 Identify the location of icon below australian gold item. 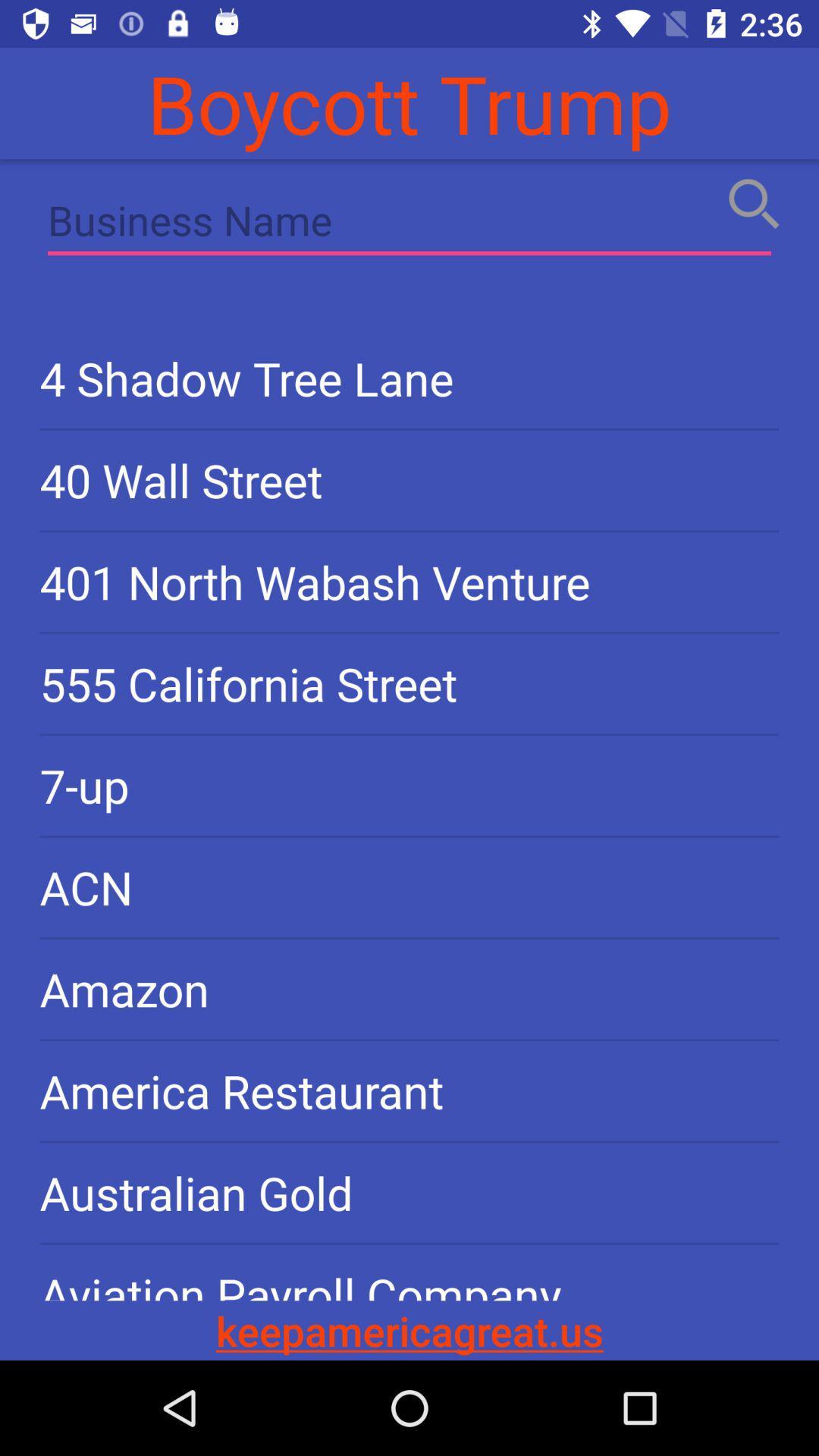
(409, 1272).